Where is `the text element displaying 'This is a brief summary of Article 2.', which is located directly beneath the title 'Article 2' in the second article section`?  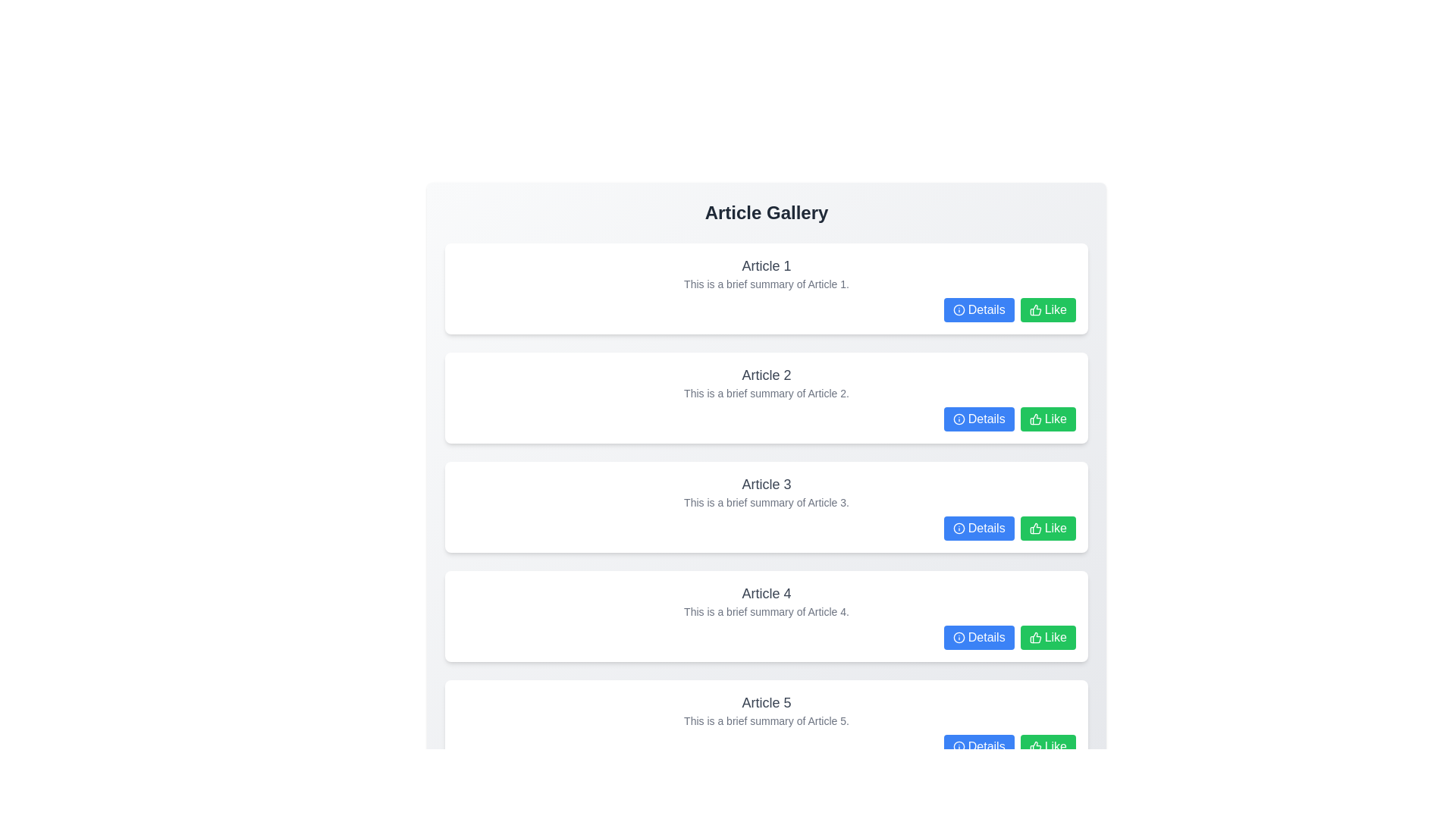
the text element displaying 'This is a brief summary of Article 2.', which is located directly beneath the title 'Article 2' in the second article section is located at coordinates (767, 393).